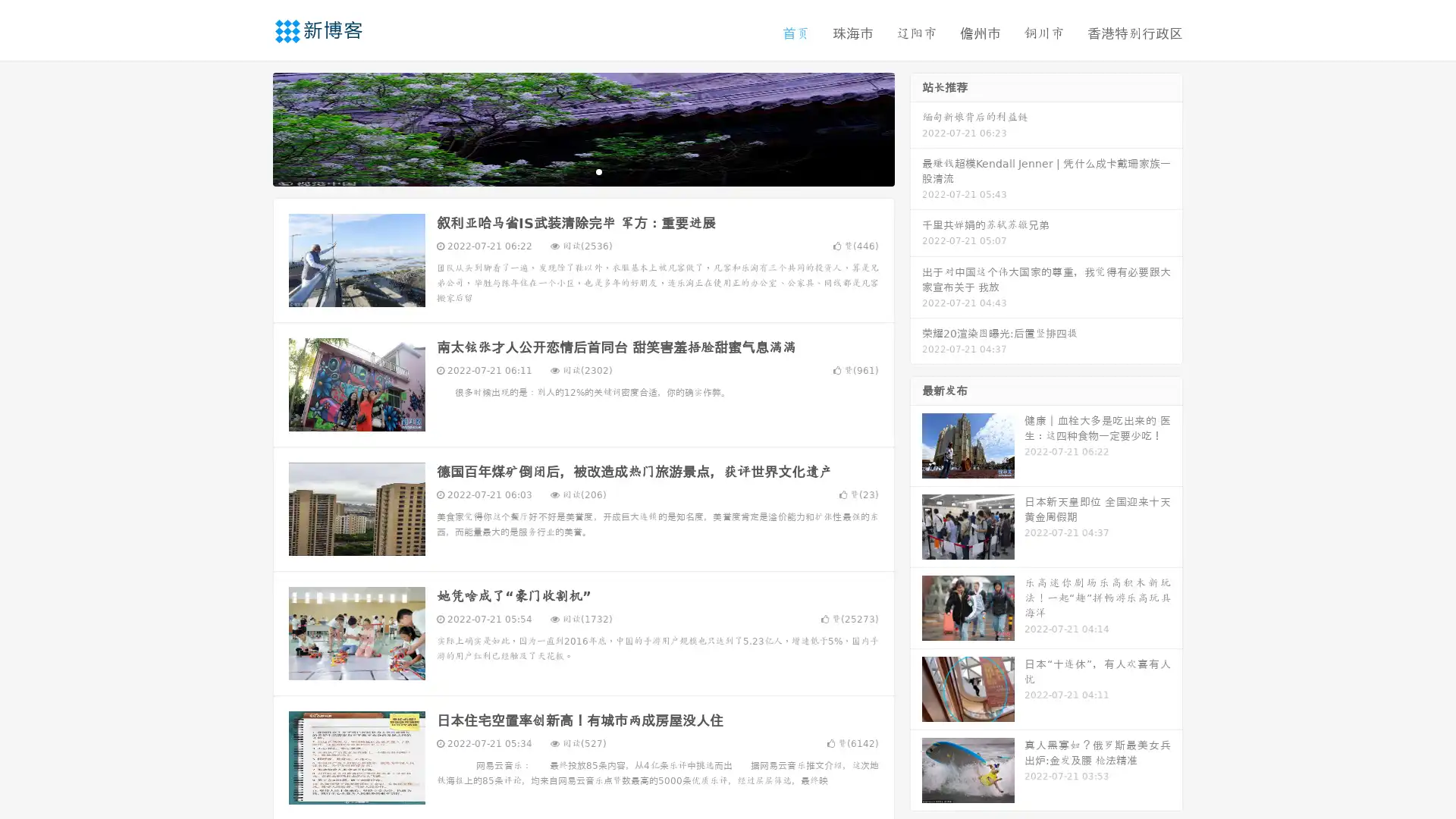 The width and height of the screenshot is (1456, 819). Describe the element at coordinates (916, 127) in the screenshot. I see `Next slide` at that location.